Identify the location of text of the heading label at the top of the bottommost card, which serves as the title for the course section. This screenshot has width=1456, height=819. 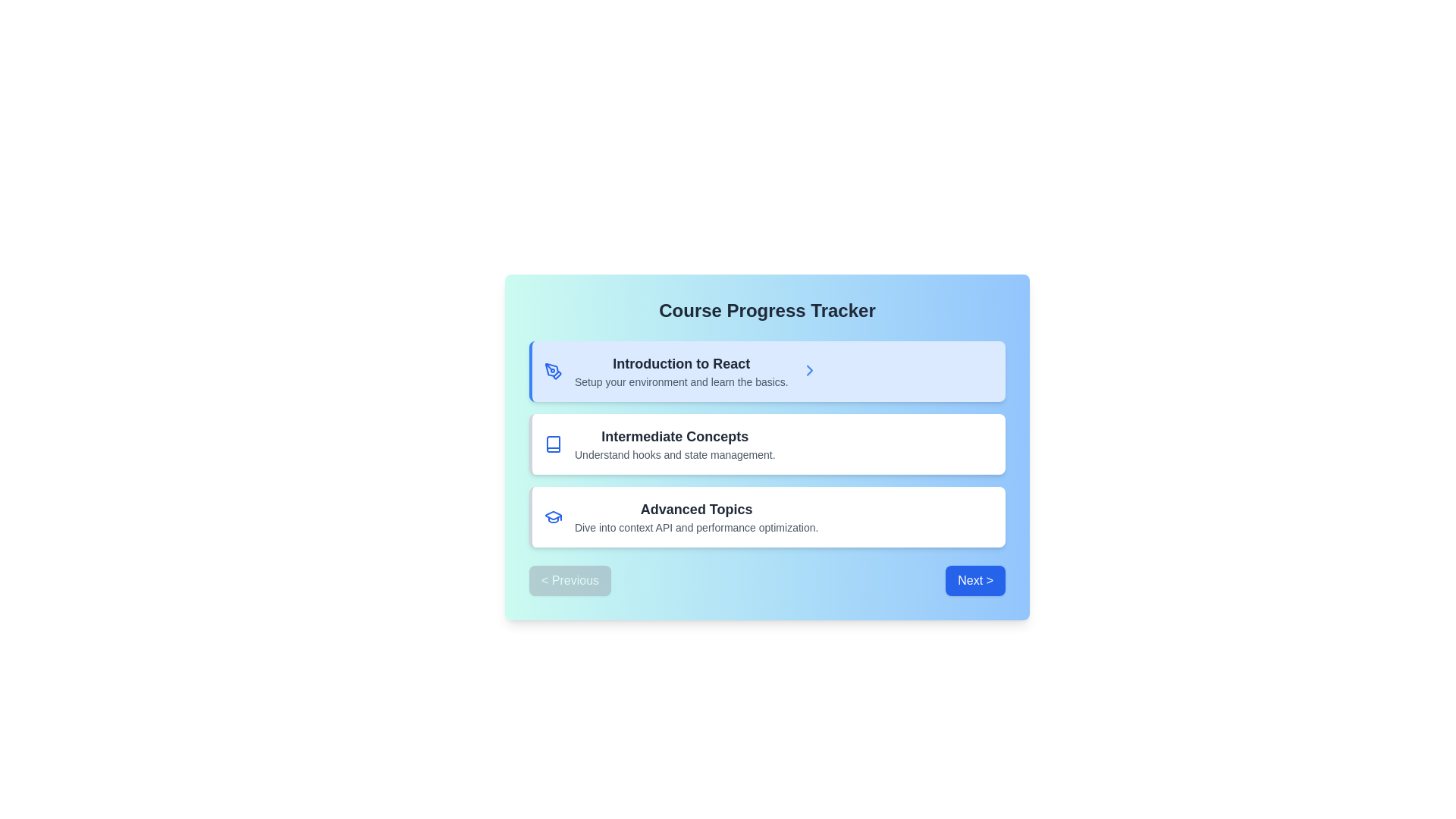
(695, 509).